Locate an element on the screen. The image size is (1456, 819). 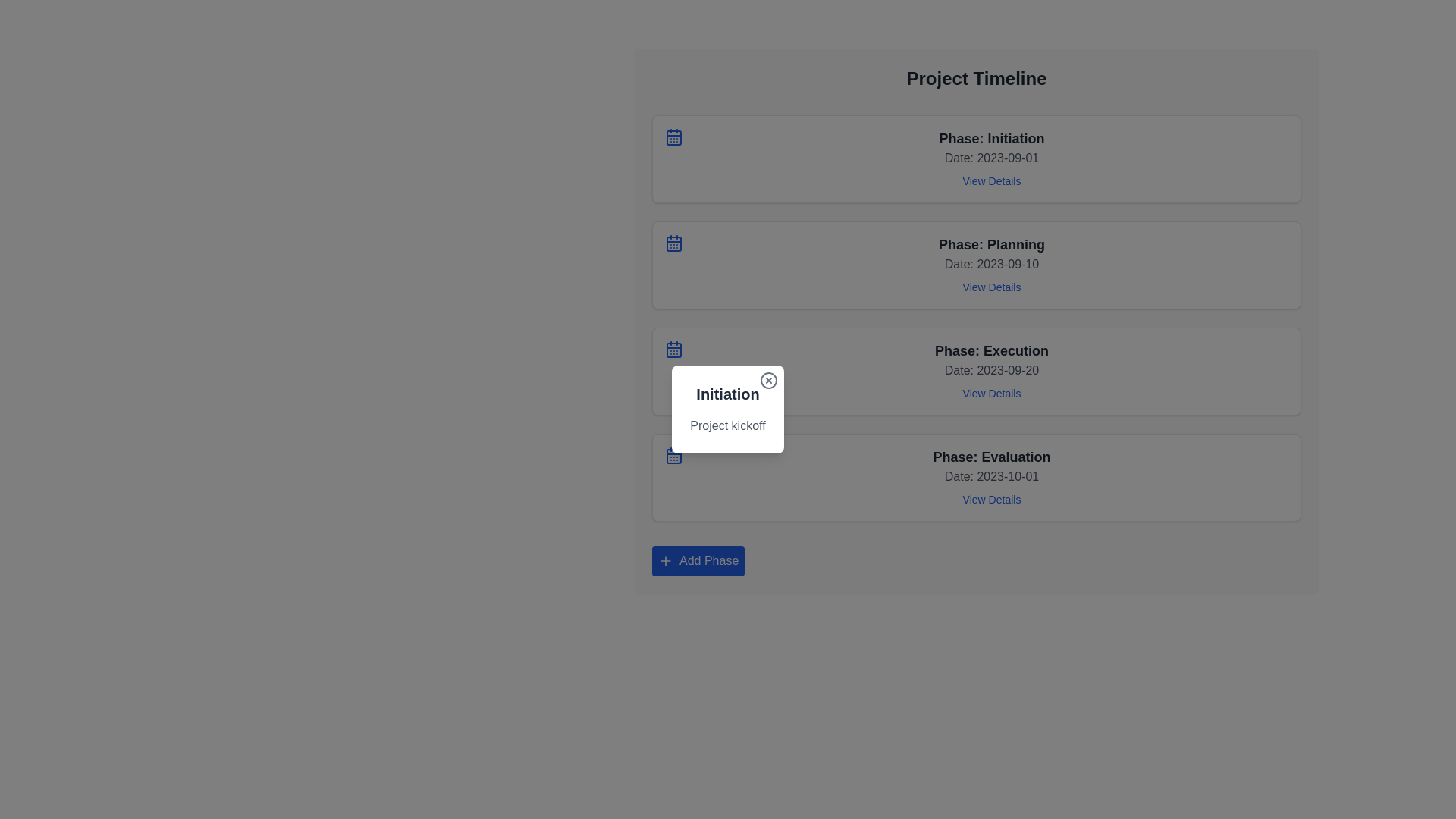
the 'View Details' hyperlink, which is styled in a small, blue-colored font with an underline effect, located in the bottom-right portion of the details box for 'Phase: Planning' and 'Date: 2023-09-10' is located at coordinates (992, 287).